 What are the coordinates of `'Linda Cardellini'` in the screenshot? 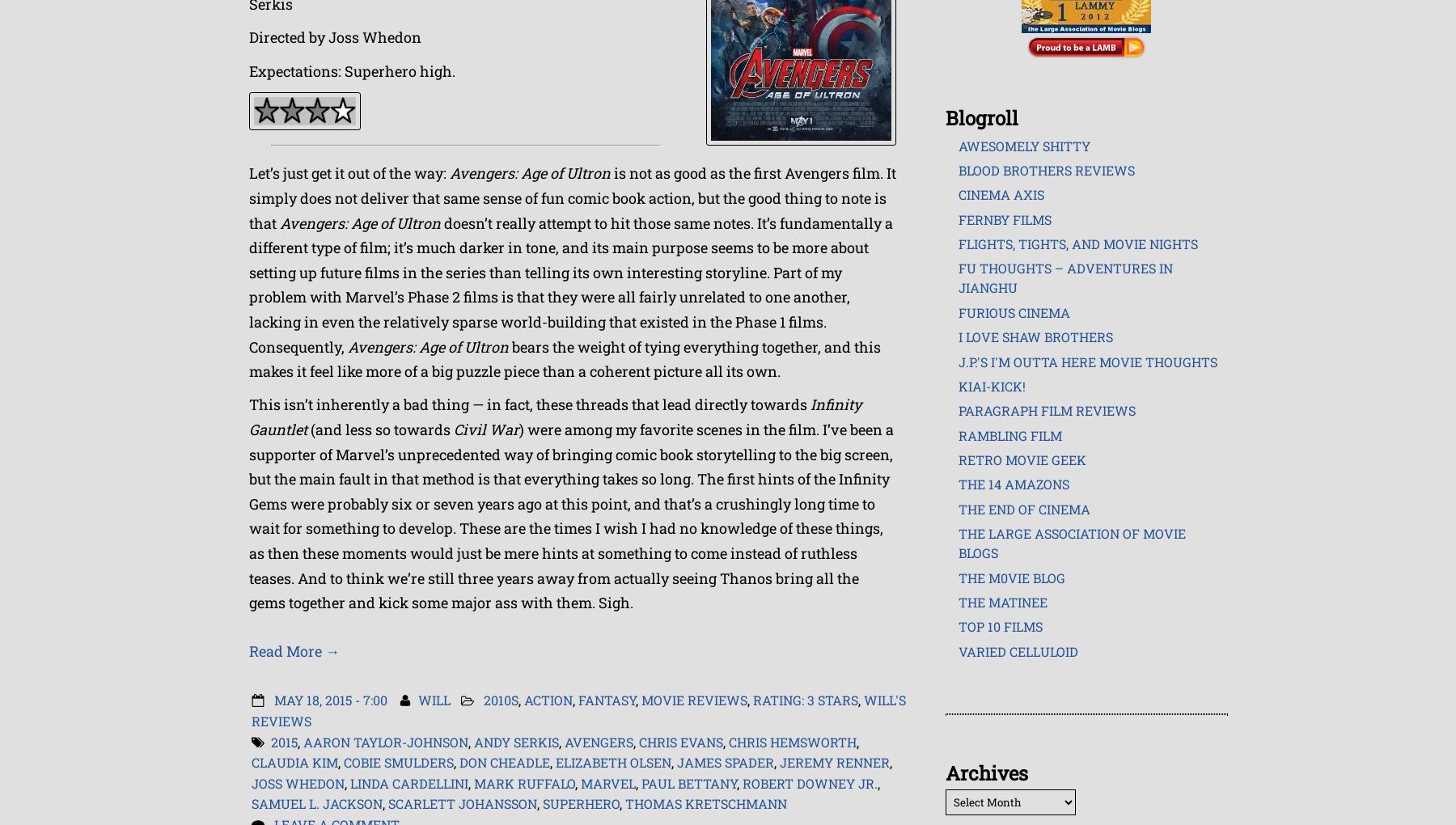 It's located at (408, 781).